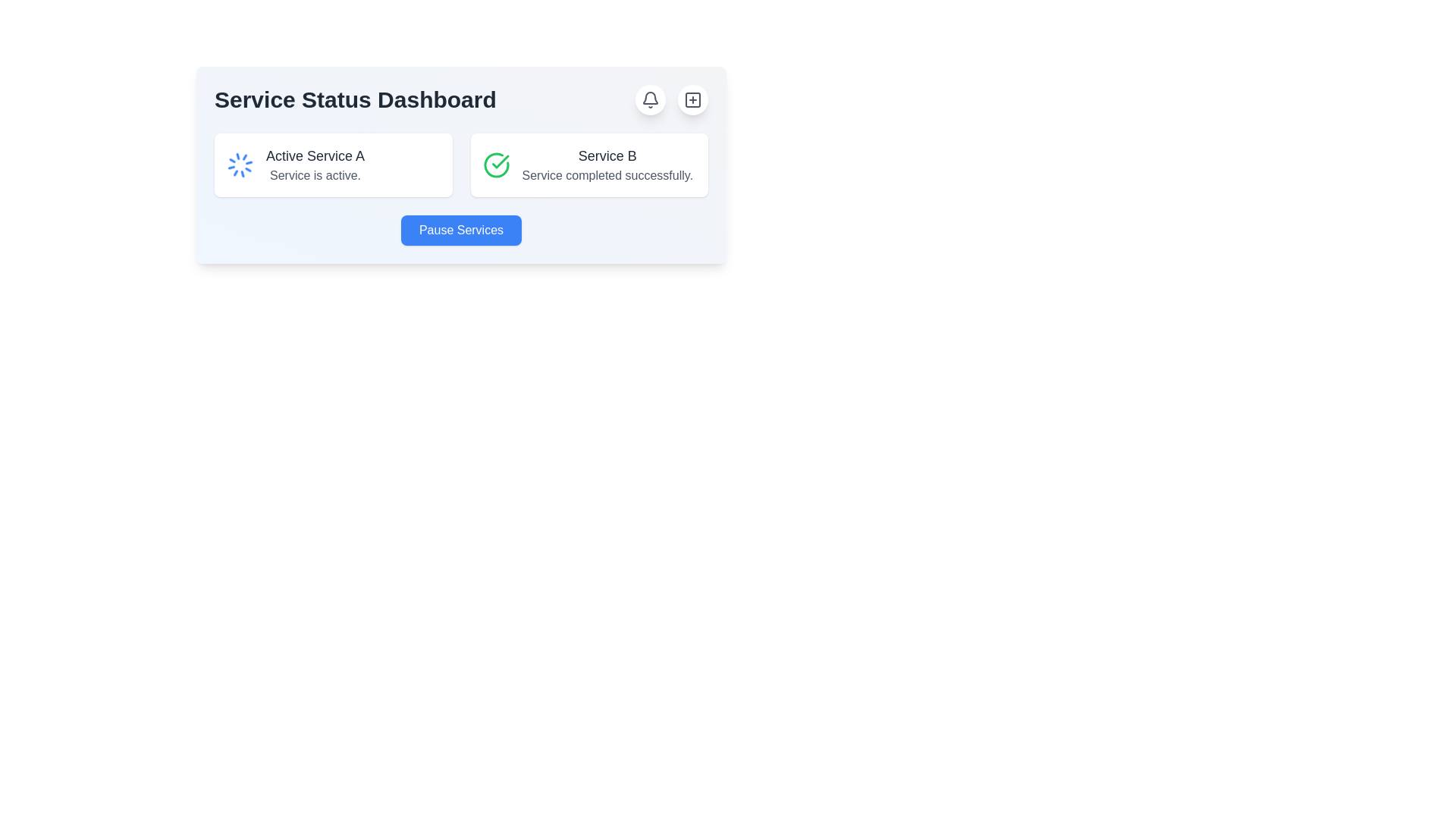 Image resolution: width=1456 pixels, height=819 pixels. Describe the element at coordinates (460, 99) in the screenshot. I see `the 'Service Status Dashboard' header element, which is styled with bold, large font and positioned at the top center of the display` at that location.